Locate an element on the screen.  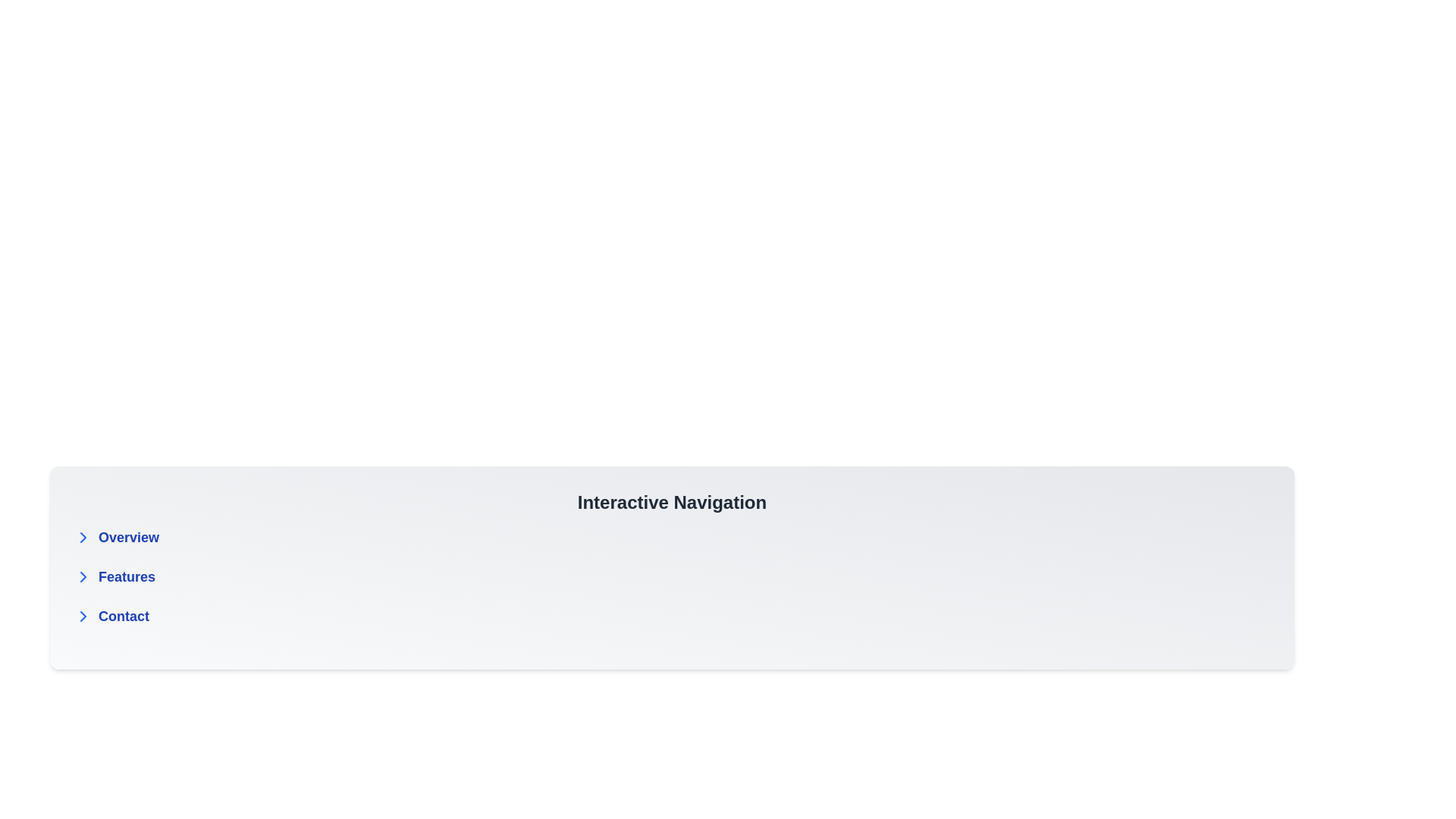
the blue-colored 'Contact' text label in the navigation menu is located at coordinates (124, 617).